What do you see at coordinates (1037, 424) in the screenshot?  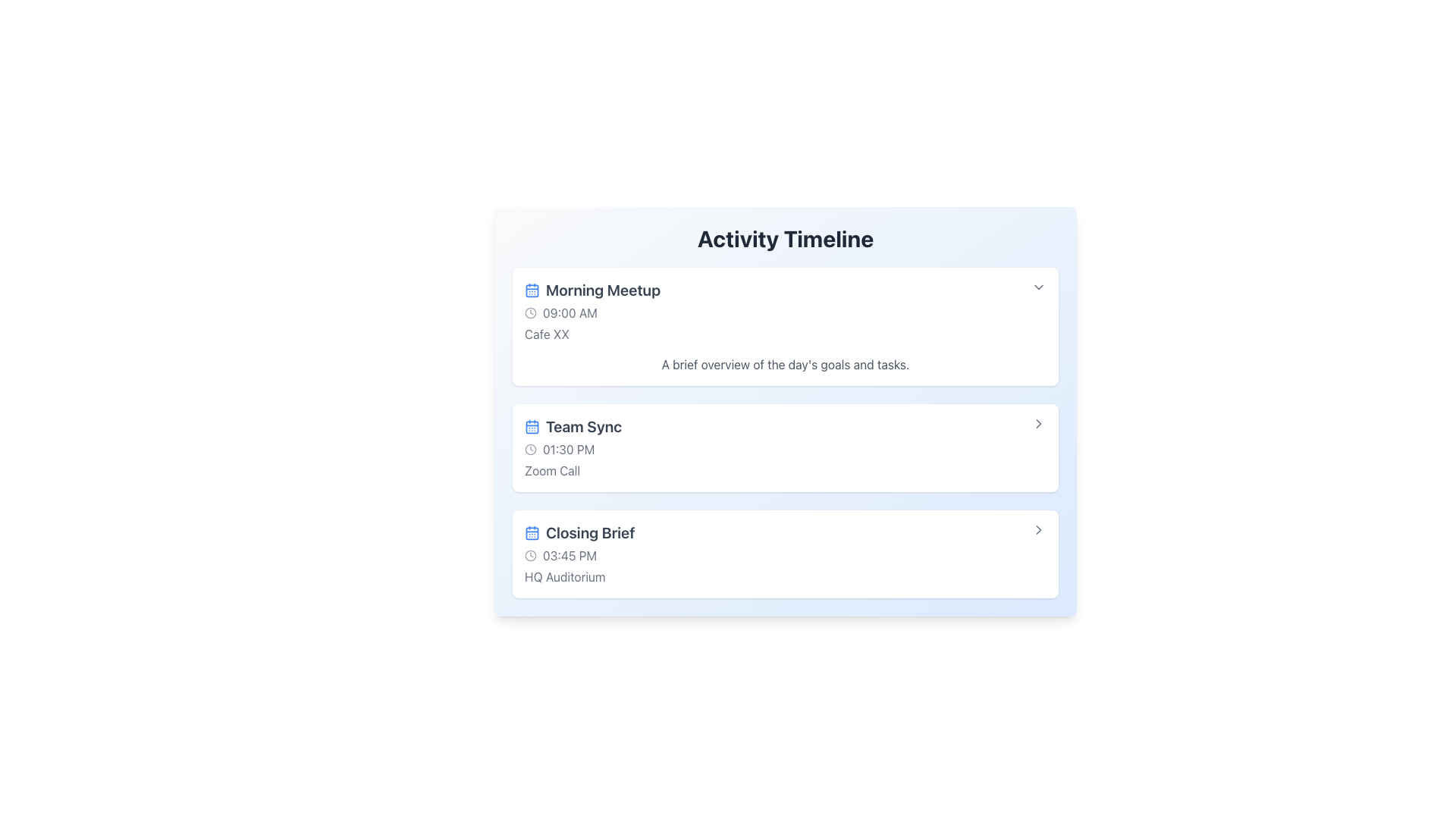 I see `the rightward arrow icon button located on the extreme right side of the 'Team Sync' card in the activity timeline` at bounding box center [1037, 424].